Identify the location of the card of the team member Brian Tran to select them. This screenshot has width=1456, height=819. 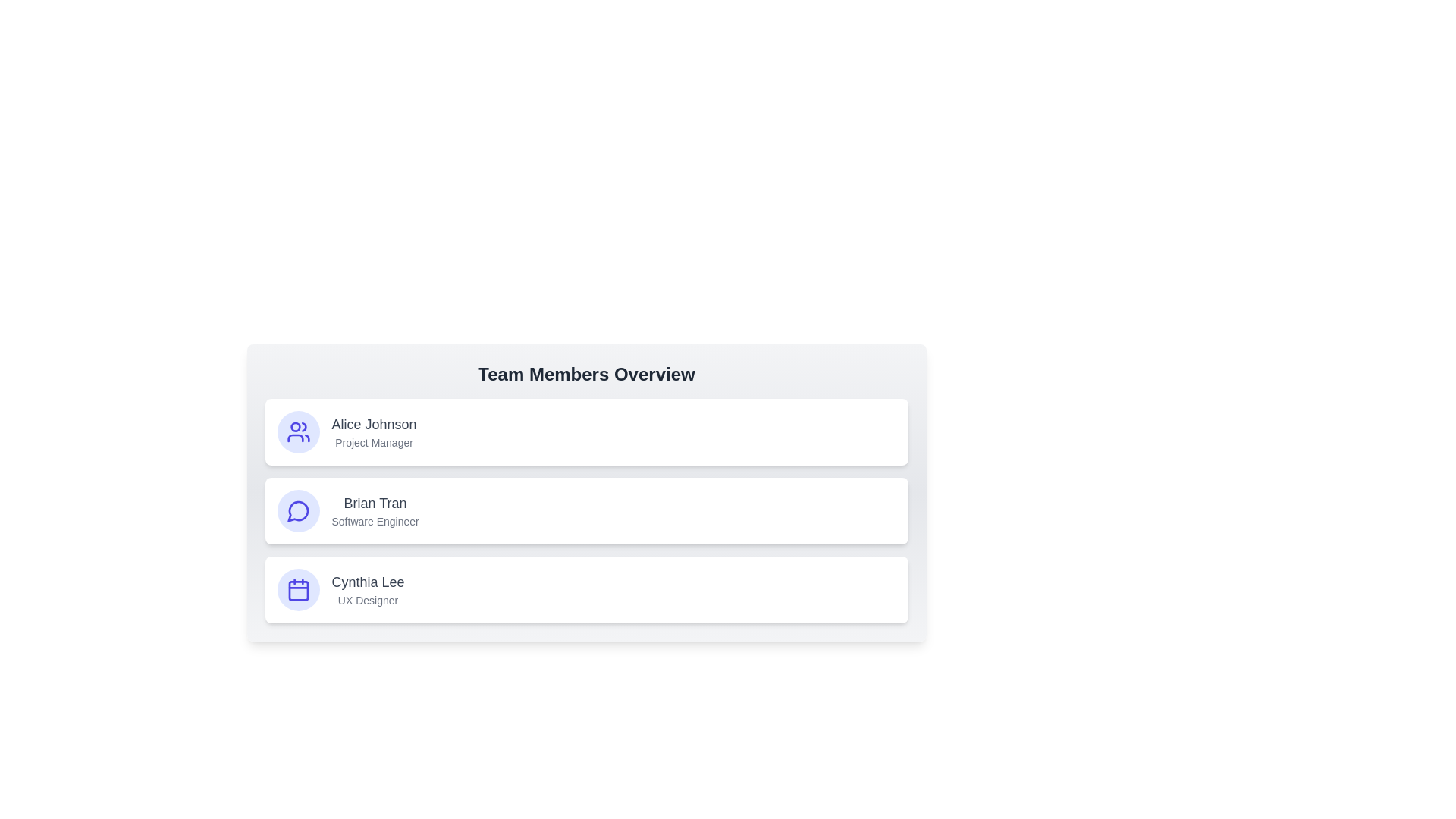
(585, 511).